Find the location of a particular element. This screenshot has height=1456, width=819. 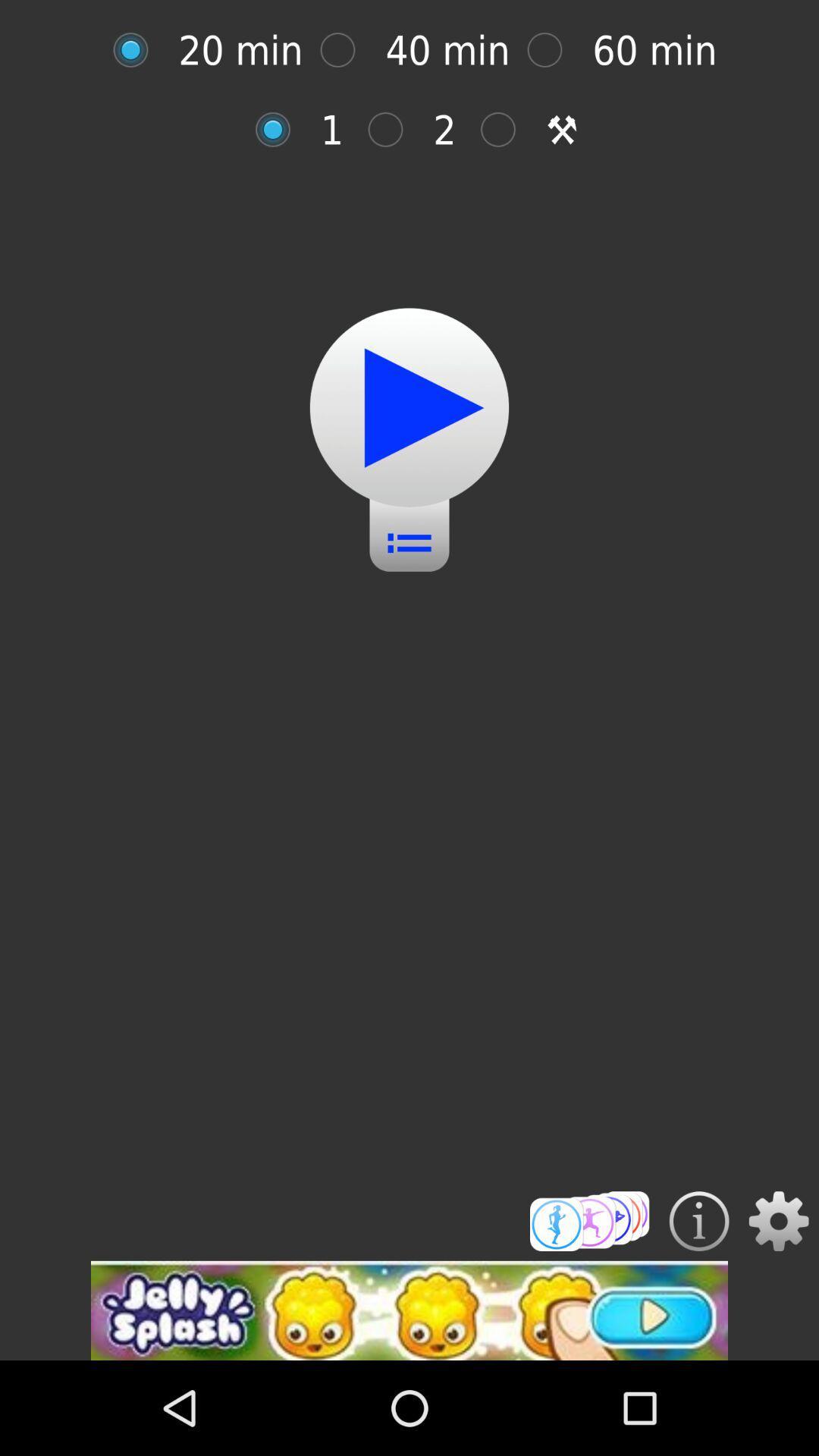

20 minute workout option is located at coordinates (138, 50).